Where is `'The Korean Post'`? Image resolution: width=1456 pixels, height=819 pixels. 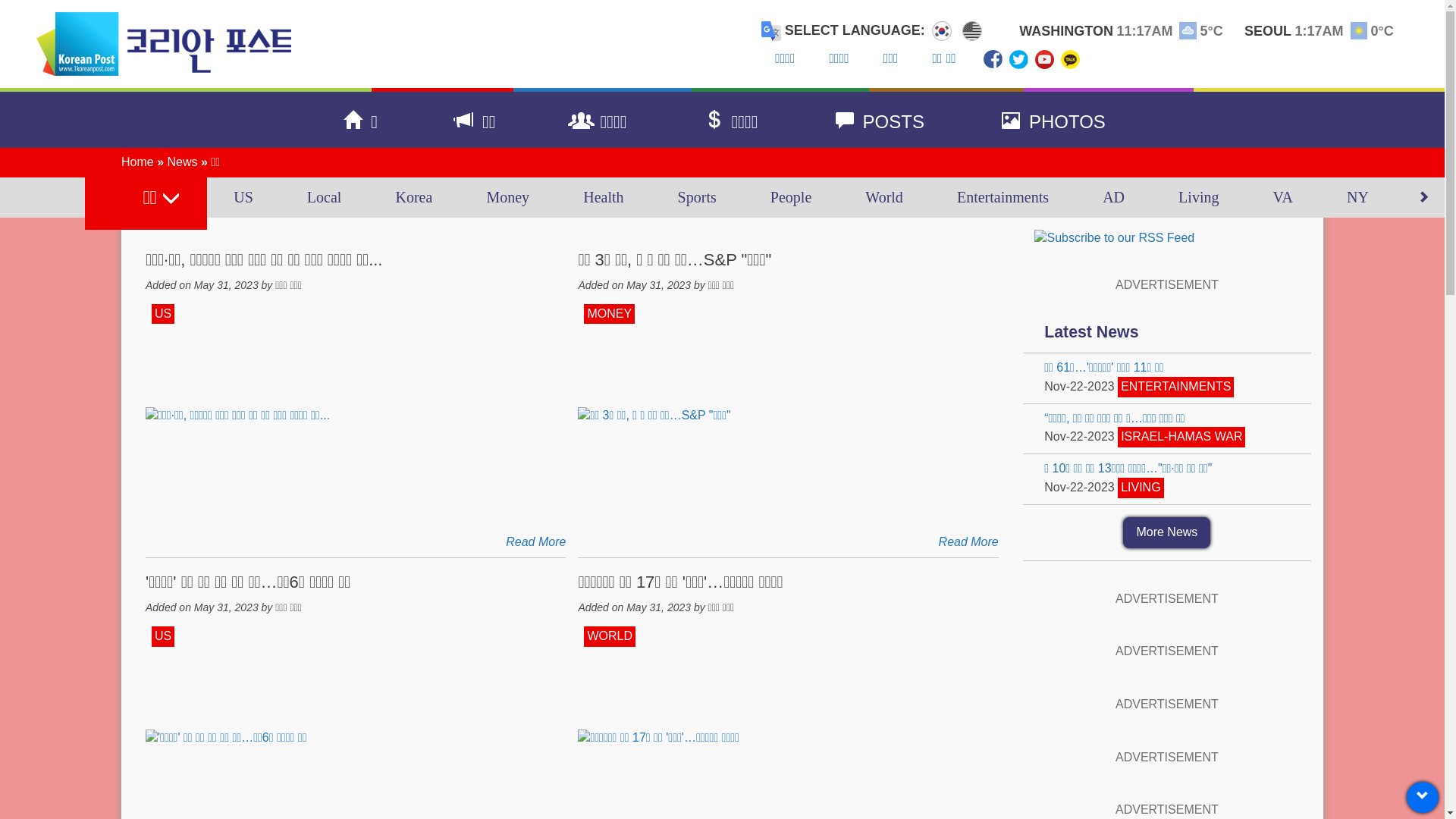
'The Korean Post' is located at coordinates (168, 42).